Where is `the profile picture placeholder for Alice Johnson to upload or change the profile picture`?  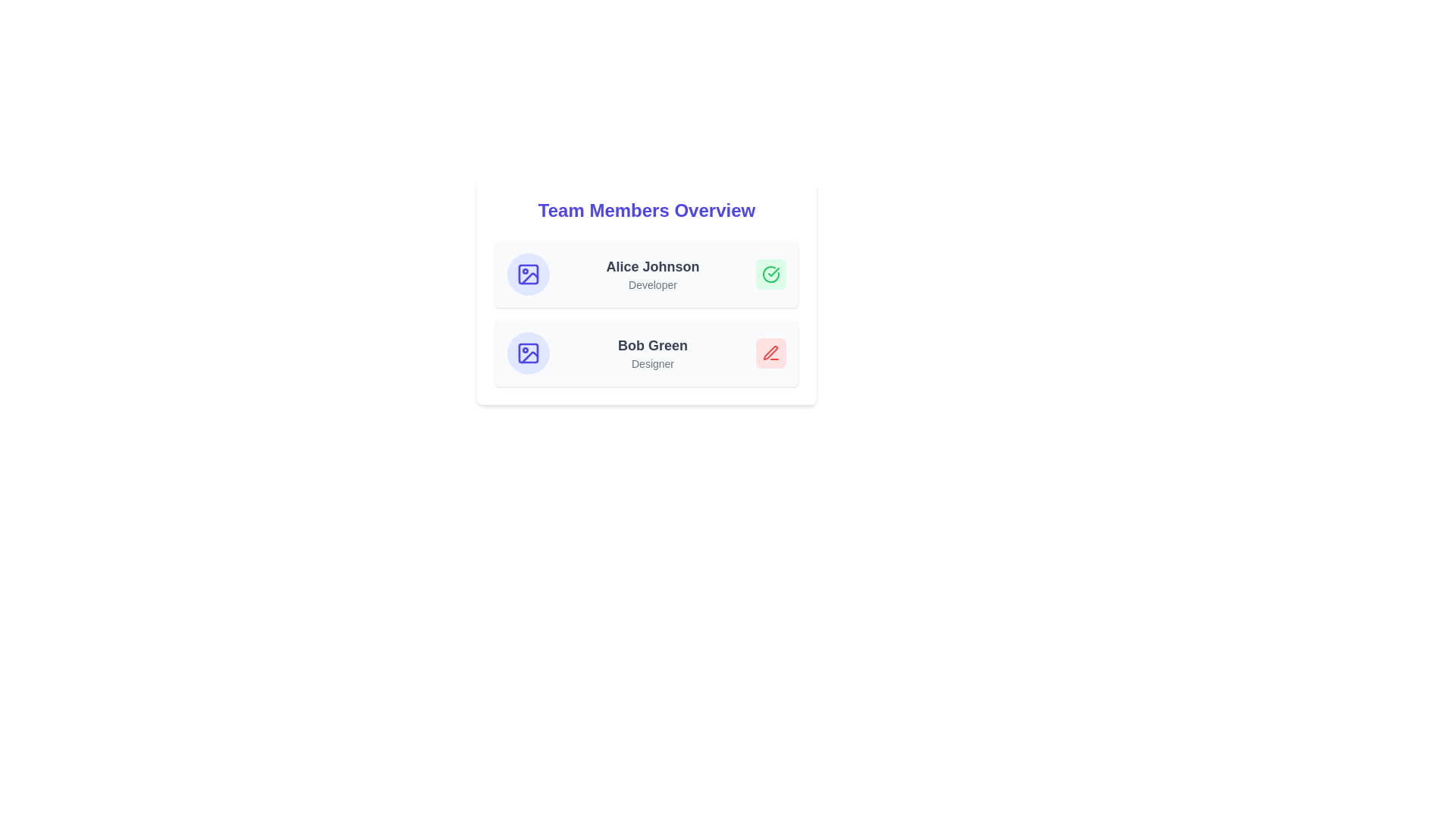 the profile picture placeholder for Alice Johnson to upload or change the profile picture is located at coordinates (528, 275).